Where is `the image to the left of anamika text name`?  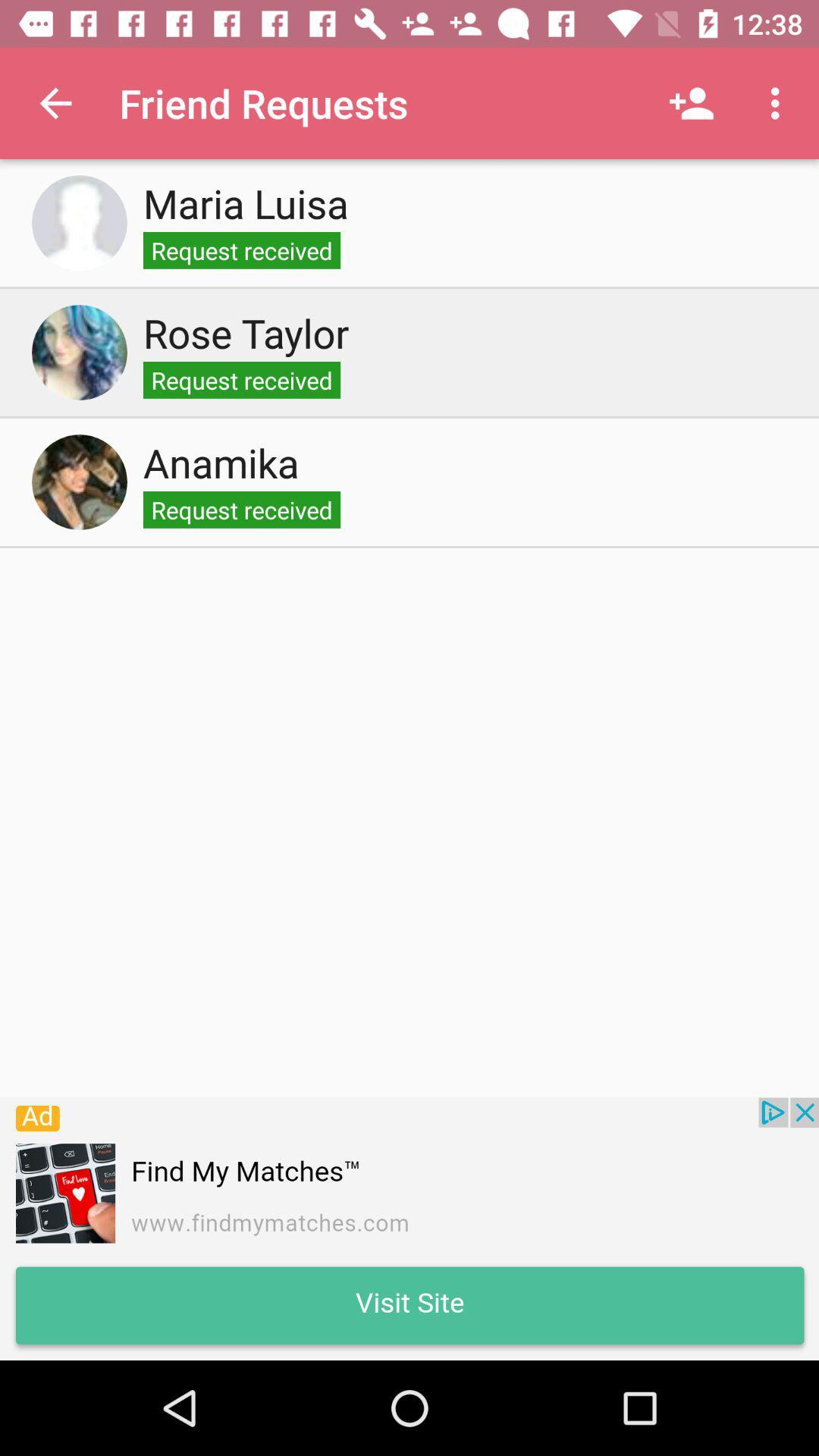 the image to the left of anamika text name is located at coordinates (79, 481).